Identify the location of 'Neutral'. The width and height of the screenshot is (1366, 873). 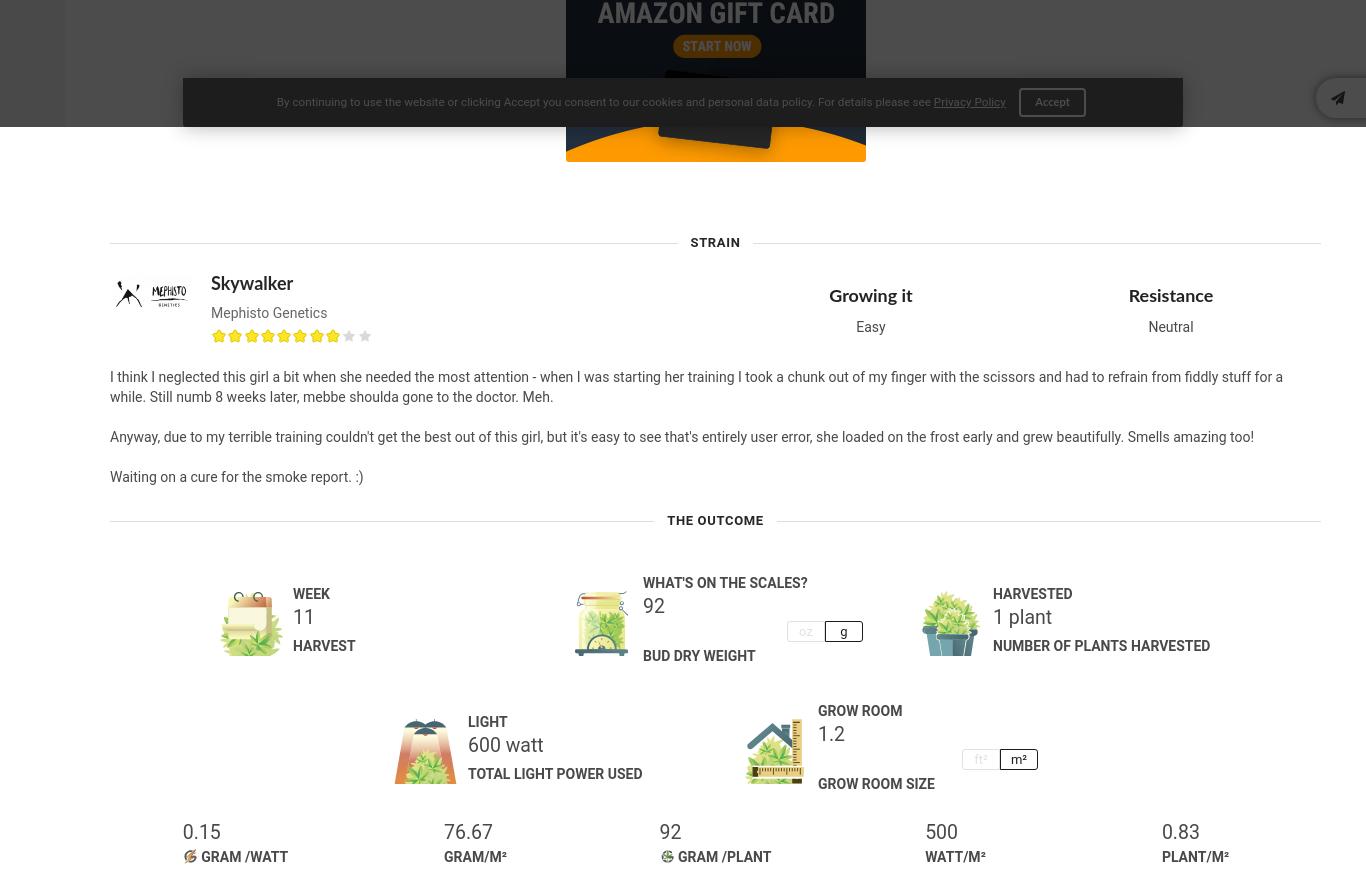
(1147, 327).